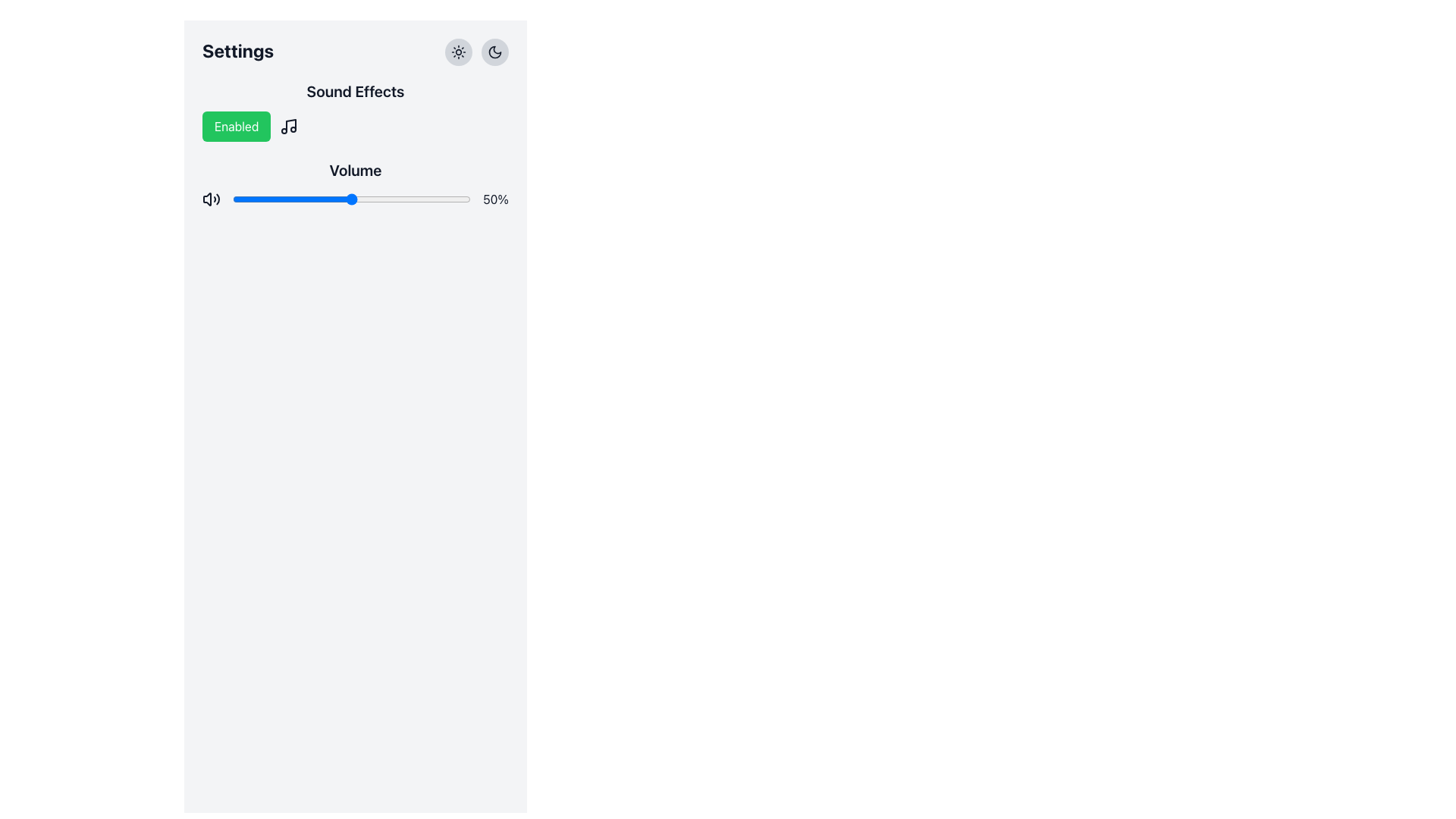 This screenshot has height=819, width=1456. I want to click on the Light Mode toggle icon, which is a circular button located in the top right corner of the settings interface, so click(457, 52).